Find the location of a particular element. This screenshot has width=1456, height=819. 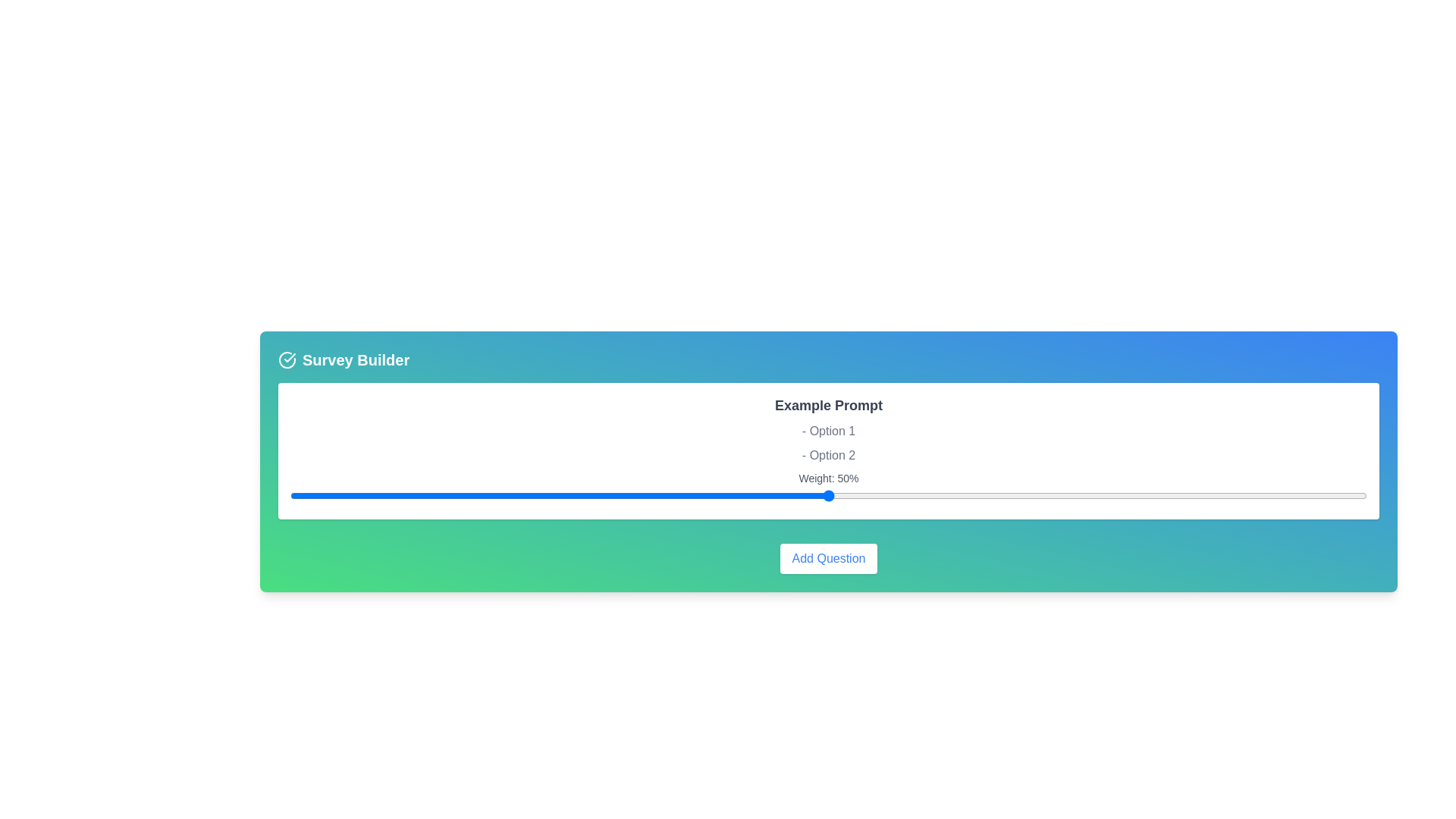

'Add Question' button to add a new question is located at coordinates (828, 558).